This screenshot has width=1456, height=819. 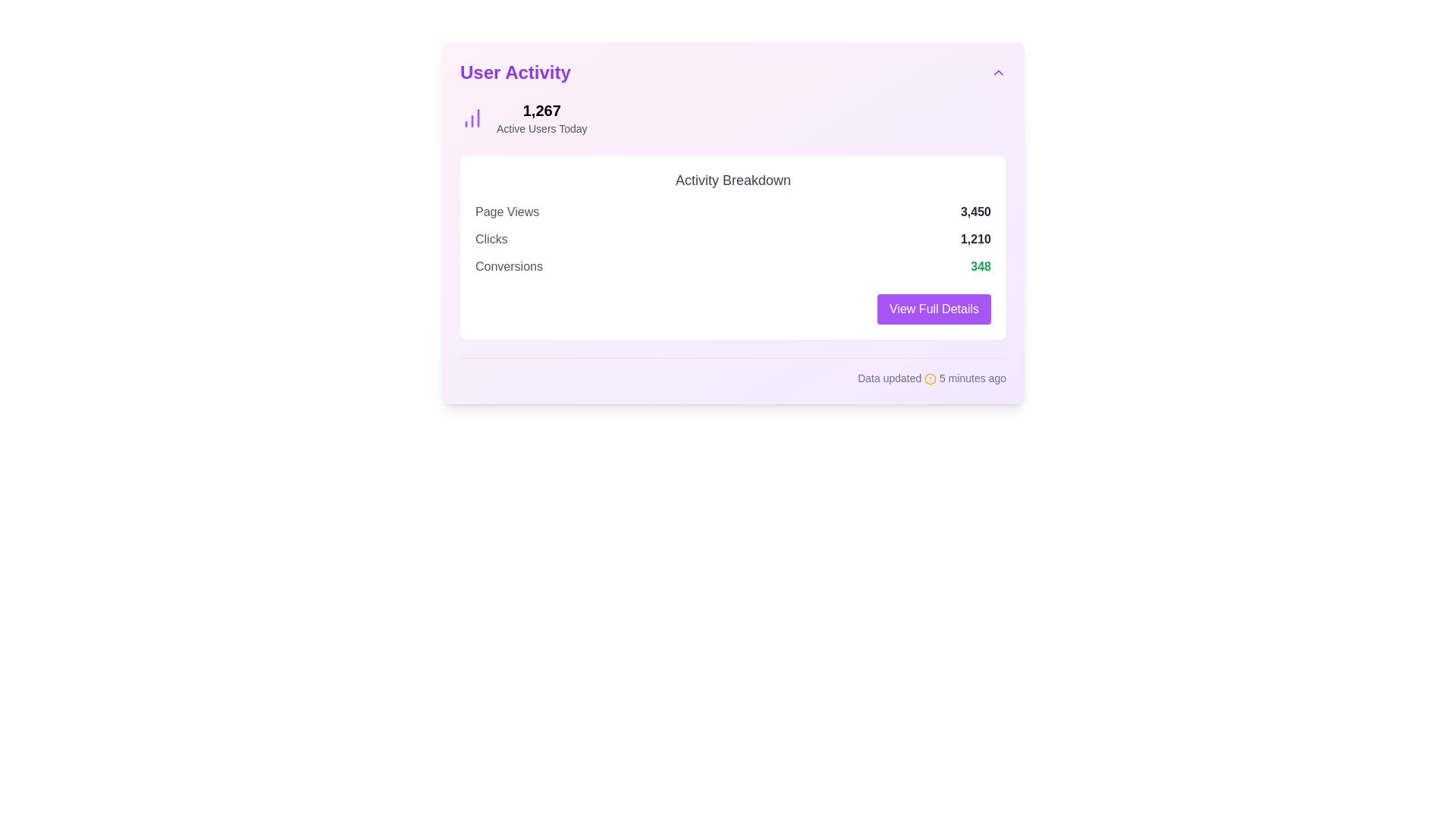 I want to click on the 'Conversions' text label located in the 'Activity Breakdown' section of the 'User Activity' card, so click(x=509, y=265).